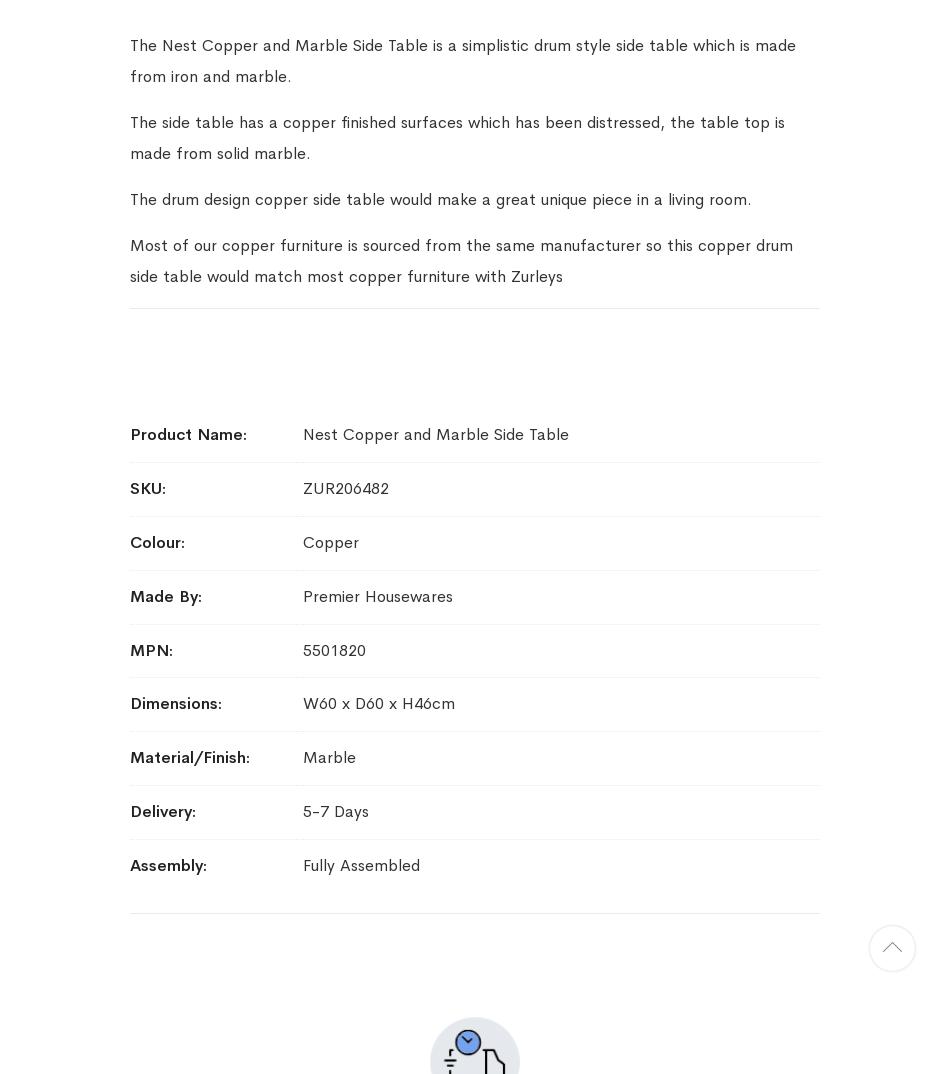 The height and width of the screenshot is (1074, 950). What do you see at coordinates (146, 488) in the screenshot?
I see `'SKU'` at bounding box center [146, 488].